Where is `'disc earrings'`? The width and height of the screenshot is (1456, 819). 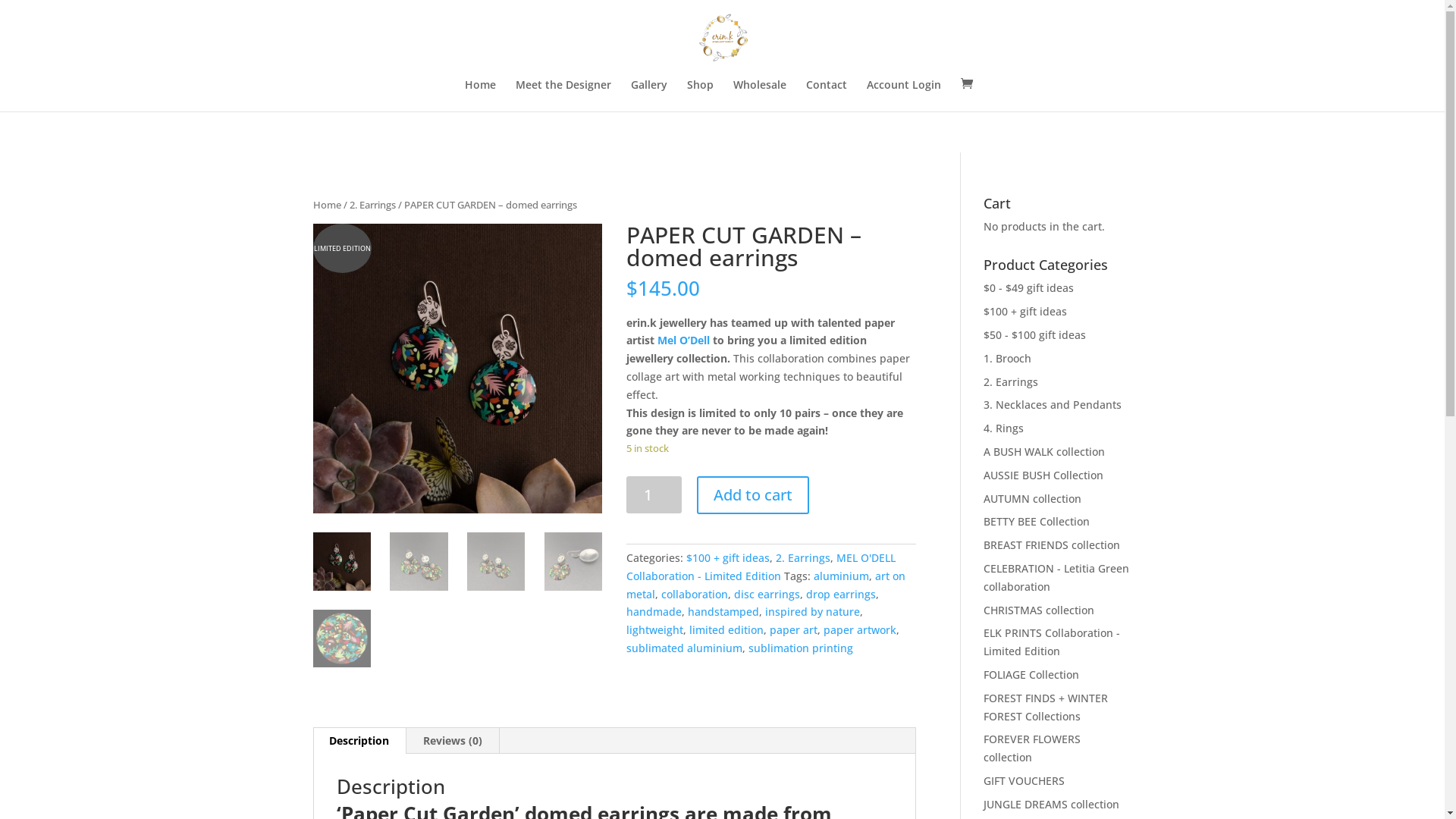 'disc earrings' is located at coordinates (767, 593).